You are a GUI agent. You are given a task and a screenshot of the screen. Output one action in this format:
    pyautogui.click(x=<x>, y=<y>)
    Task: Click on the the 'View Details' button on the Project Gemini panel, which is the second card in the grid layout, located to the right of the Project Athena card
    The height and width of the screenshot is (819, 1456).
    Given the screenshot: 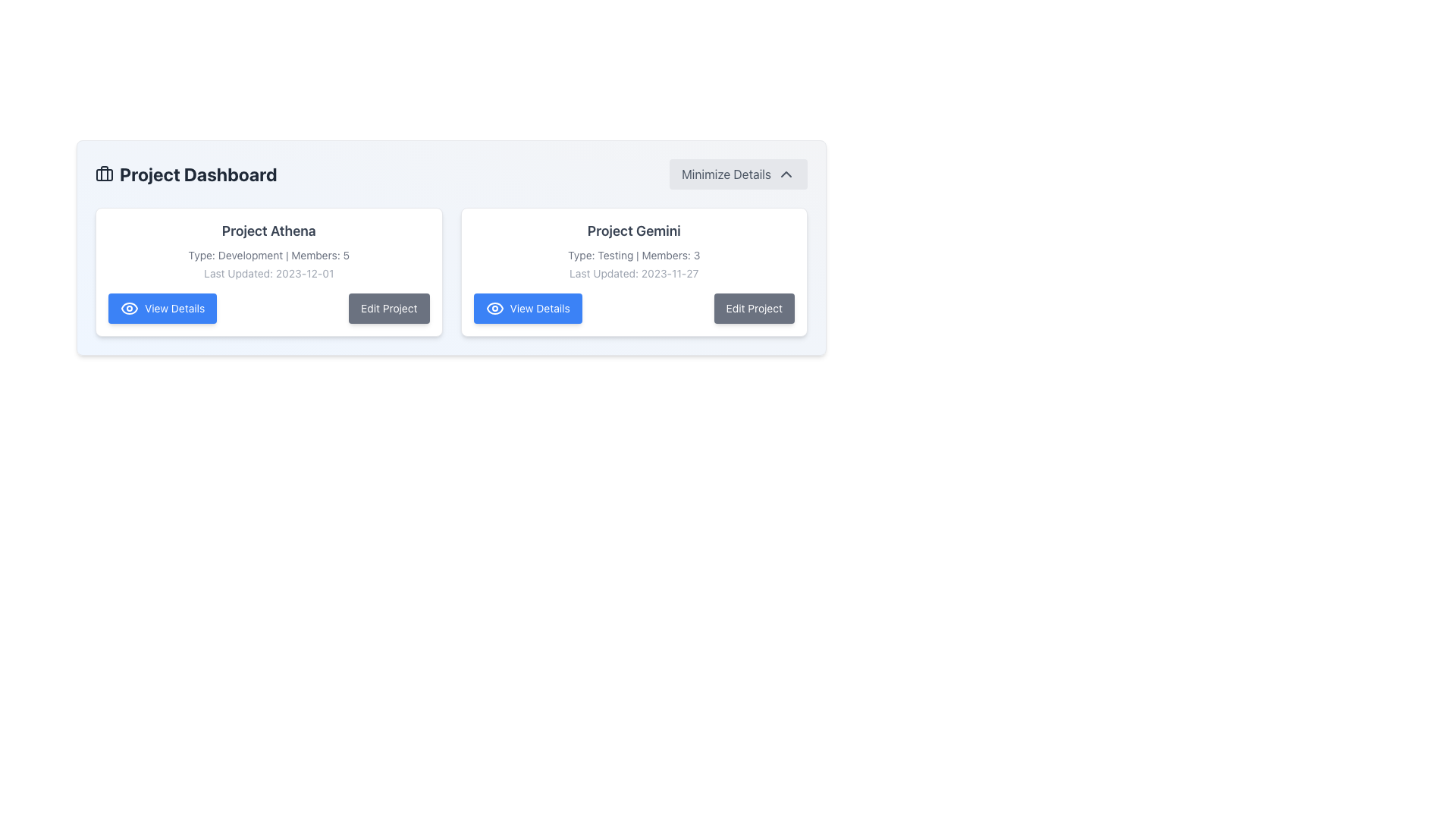 What is the action you would take?
    pyautogui.click(x=634, y=271)
    